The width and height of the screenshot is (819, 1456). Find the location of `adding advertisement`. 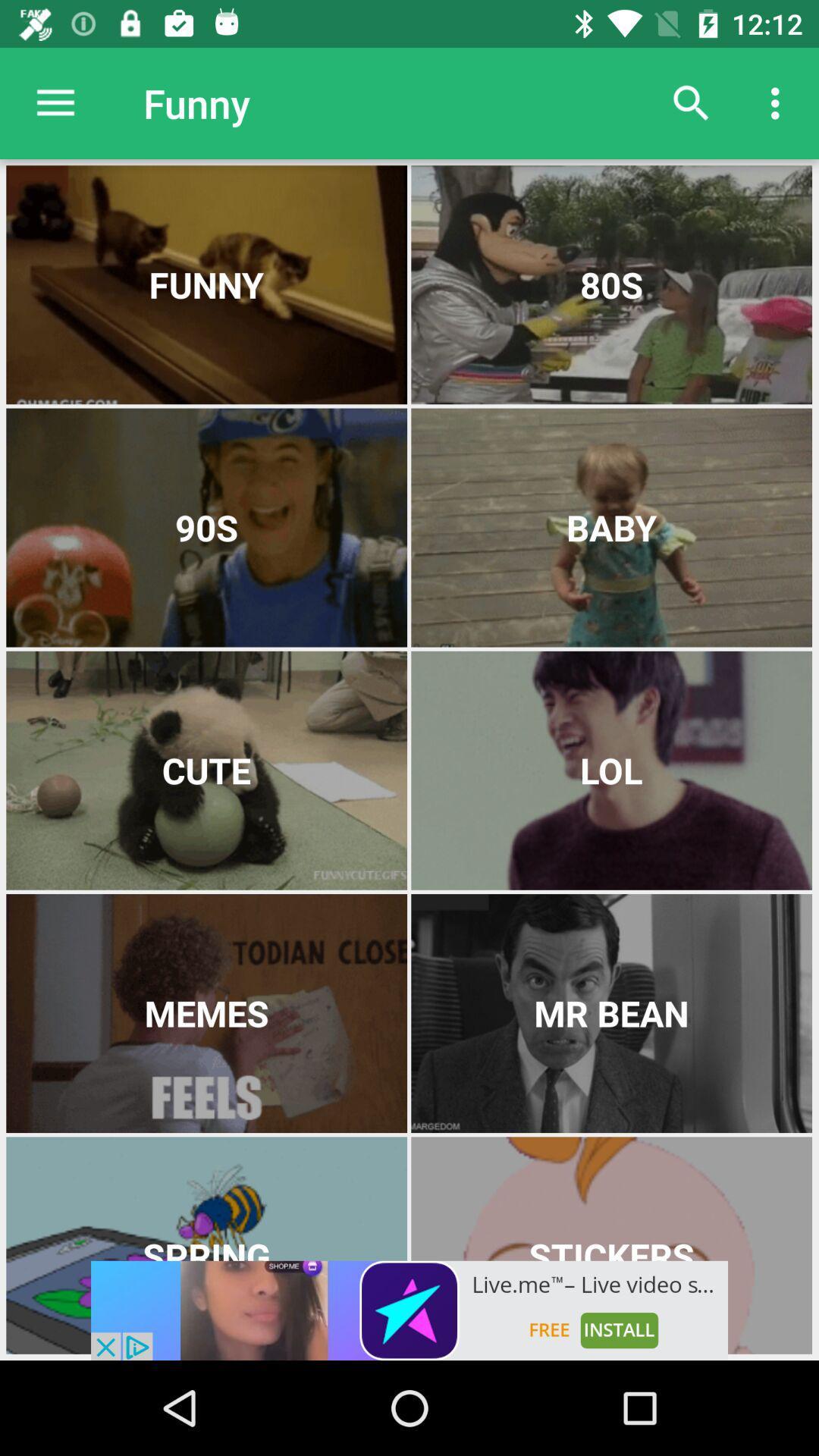

adding advertisement is located at coordinates (409, 1310).